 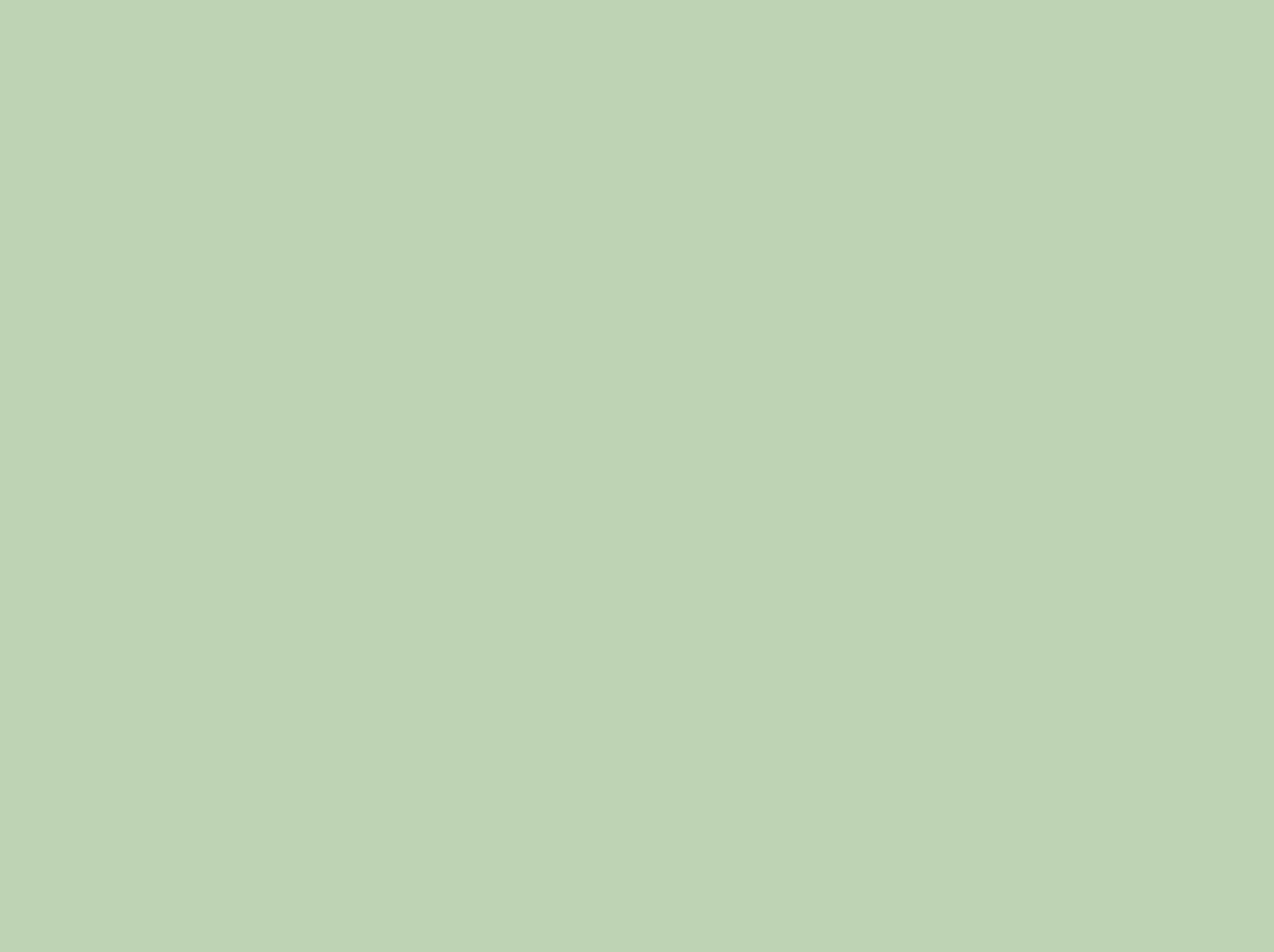 What do you see at coordinates (598, 116) in the screenshot?
I see `'61st. Ken Maynes'` at bounding box center [598, 116].